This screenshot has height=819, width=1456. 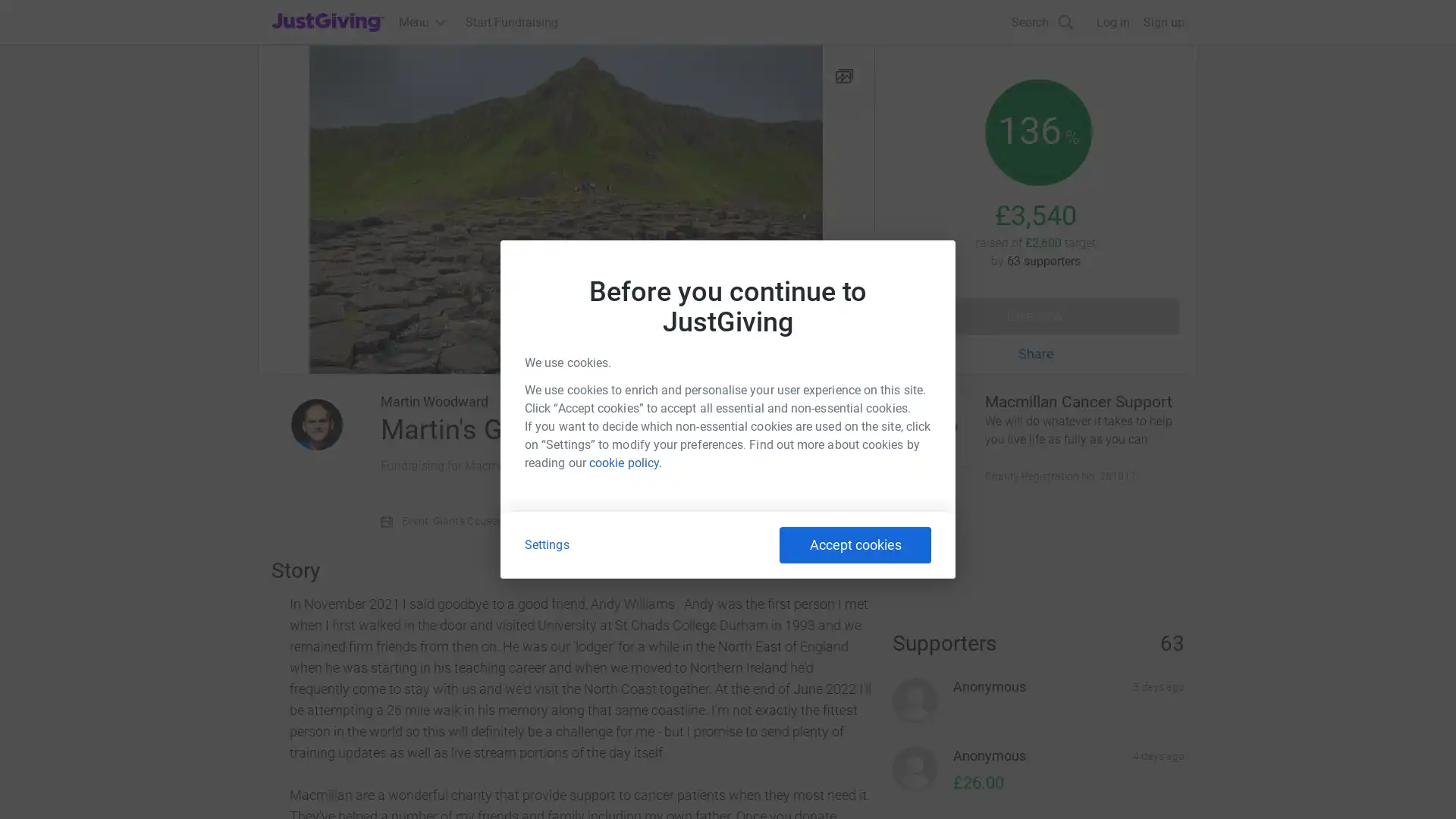 What do you see at coordinates (843, 75) in the screenshot?
I see `Open the Image Gallery` at bounding box center [843, 75].